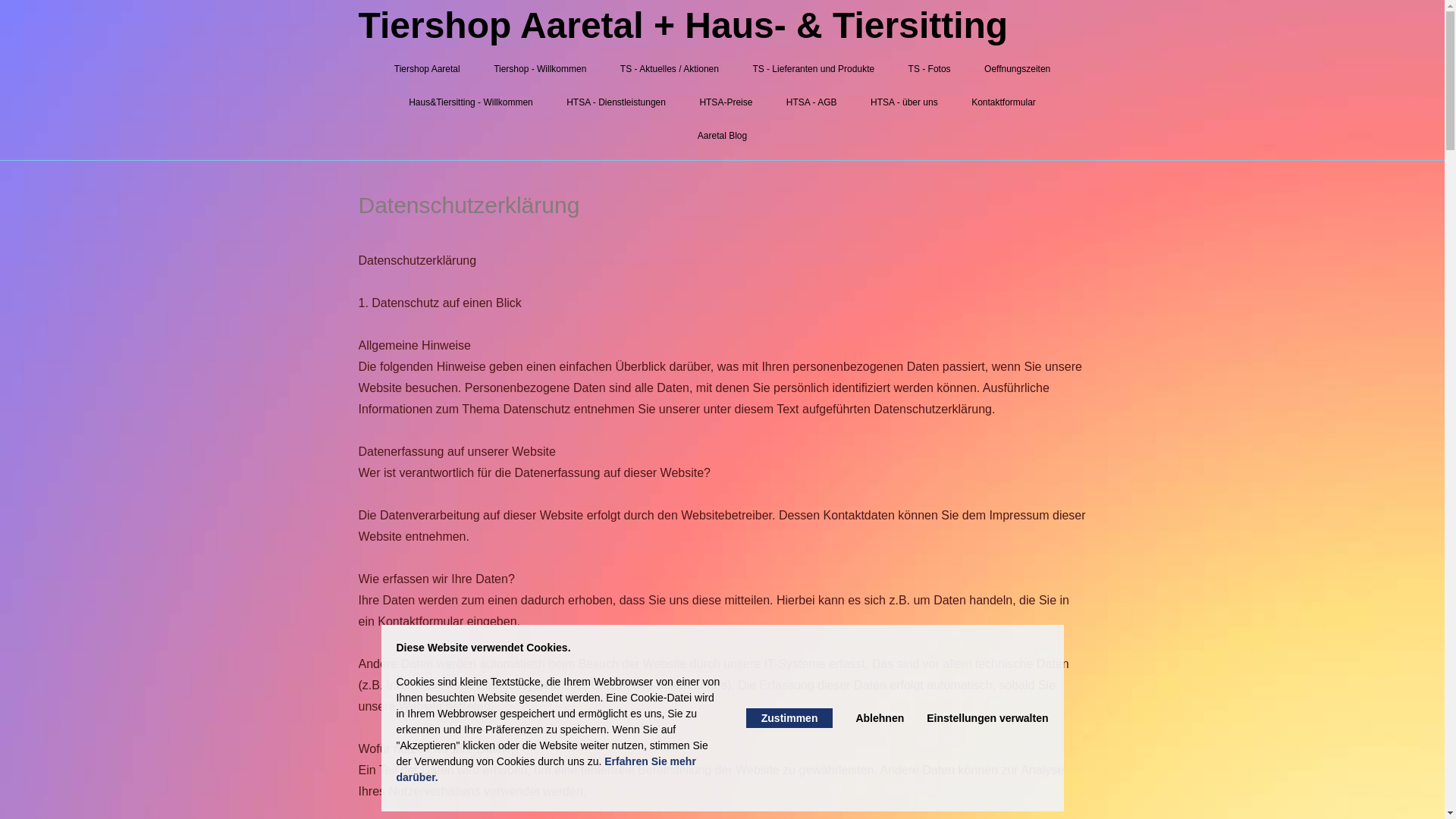 Image resolution: width=1456 pixels, height=819 pixels. What do you see at coordinates (928, 69) in the screenshot?
I see `'TS - Fotos'` at bounding box center [928, 69].